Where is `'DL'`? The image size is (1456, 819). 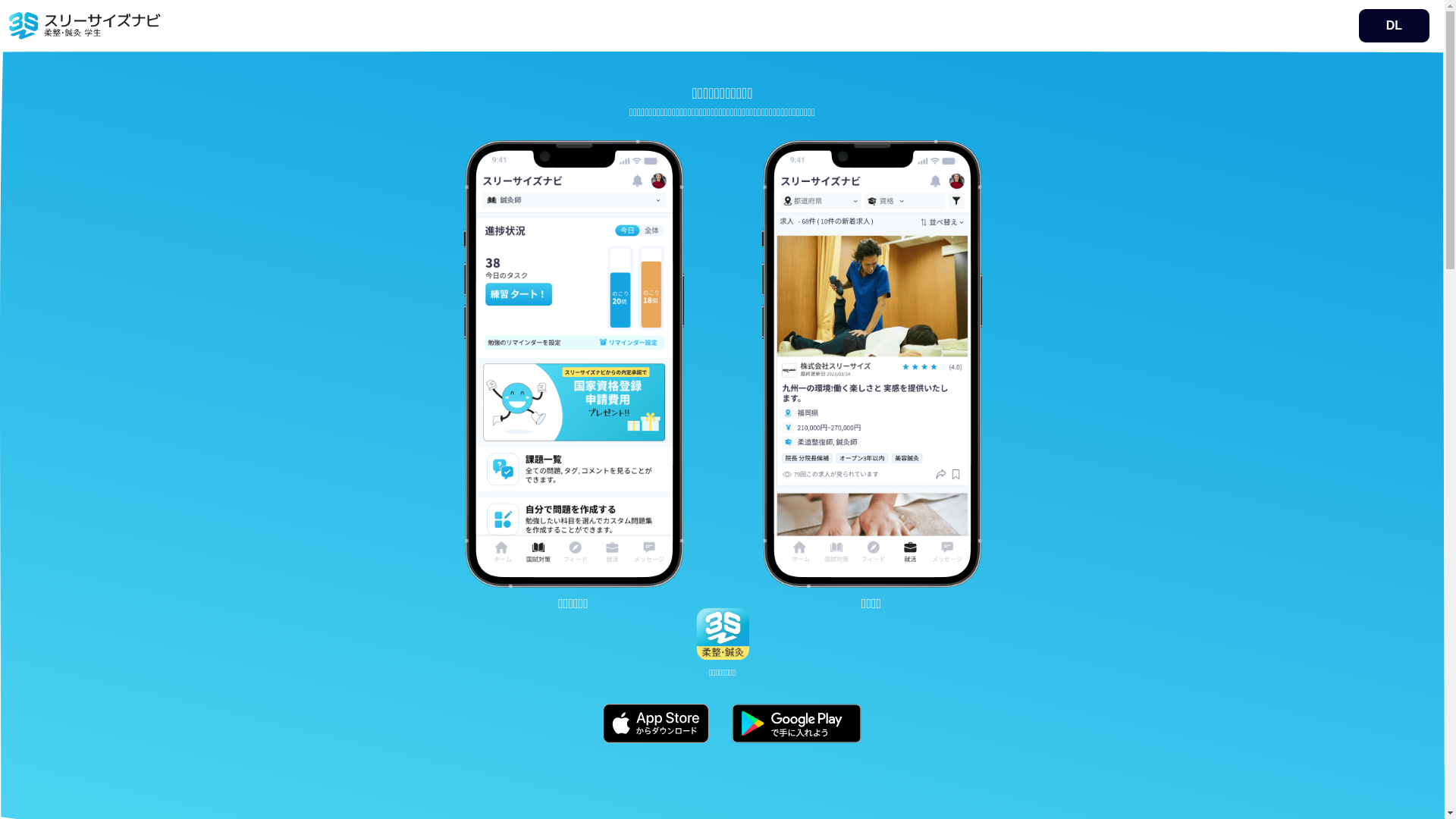
'DL' is located at coordinates (1394, 26).